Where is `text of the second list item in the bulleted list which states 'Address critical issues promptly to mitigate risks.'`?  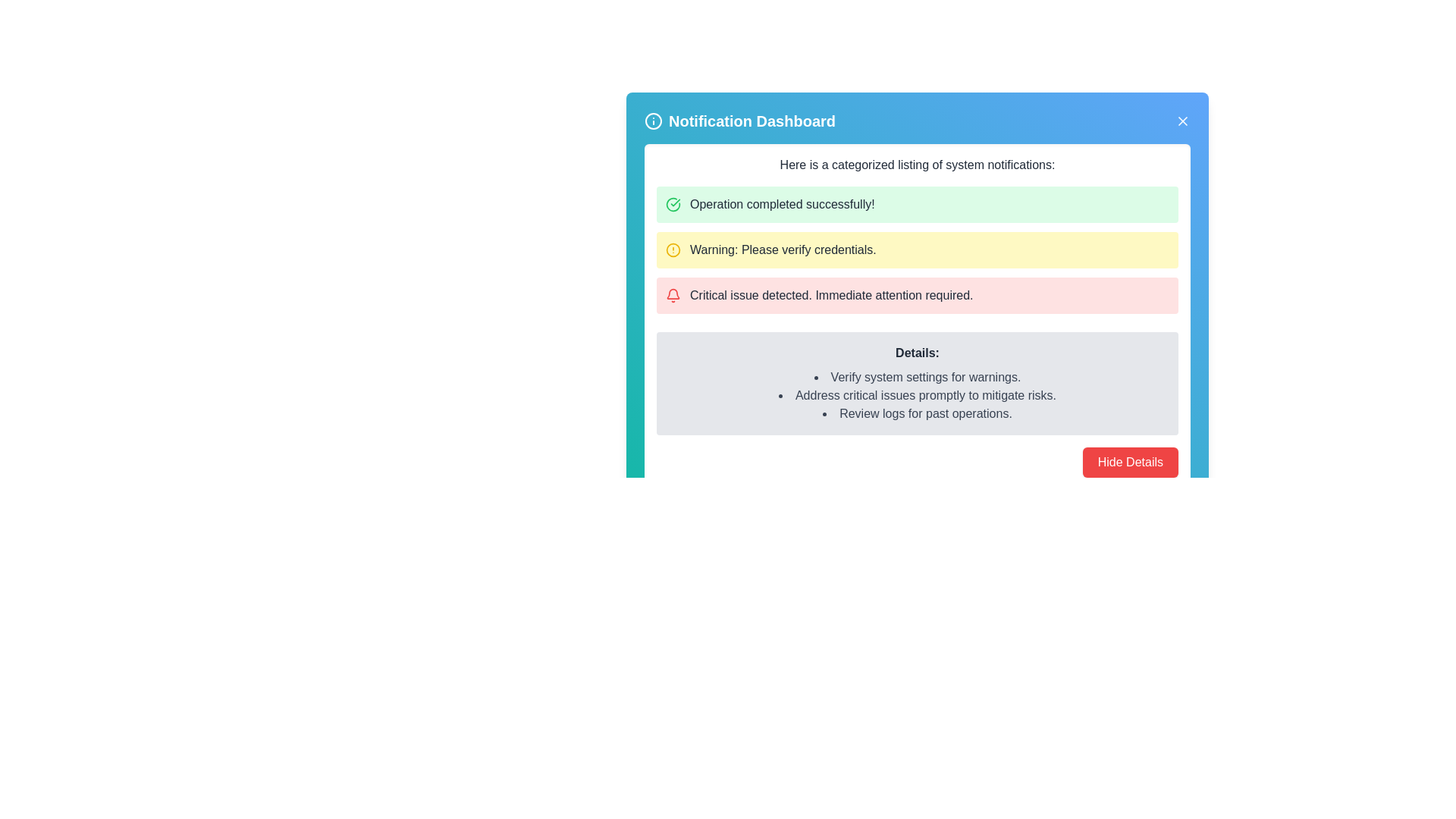 text of the second list item in the bulleted list which states 'Address critical issues promptly to mitigate risks.' is located at coordinates (916, 394).